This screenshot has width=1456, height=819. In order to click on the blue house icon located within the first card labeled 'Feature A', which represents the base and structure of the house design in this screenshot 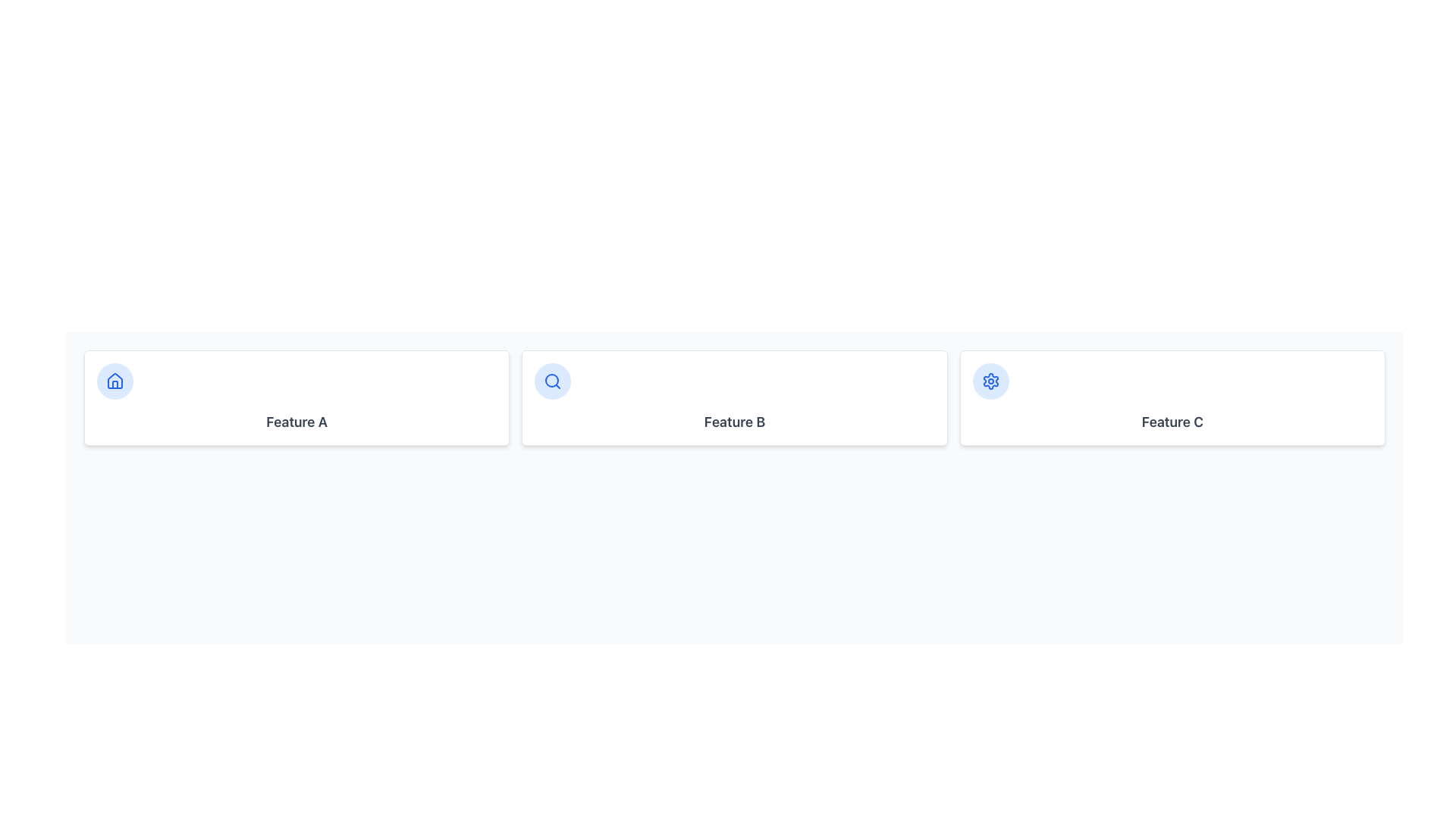, I will do `click(115, 379)`.